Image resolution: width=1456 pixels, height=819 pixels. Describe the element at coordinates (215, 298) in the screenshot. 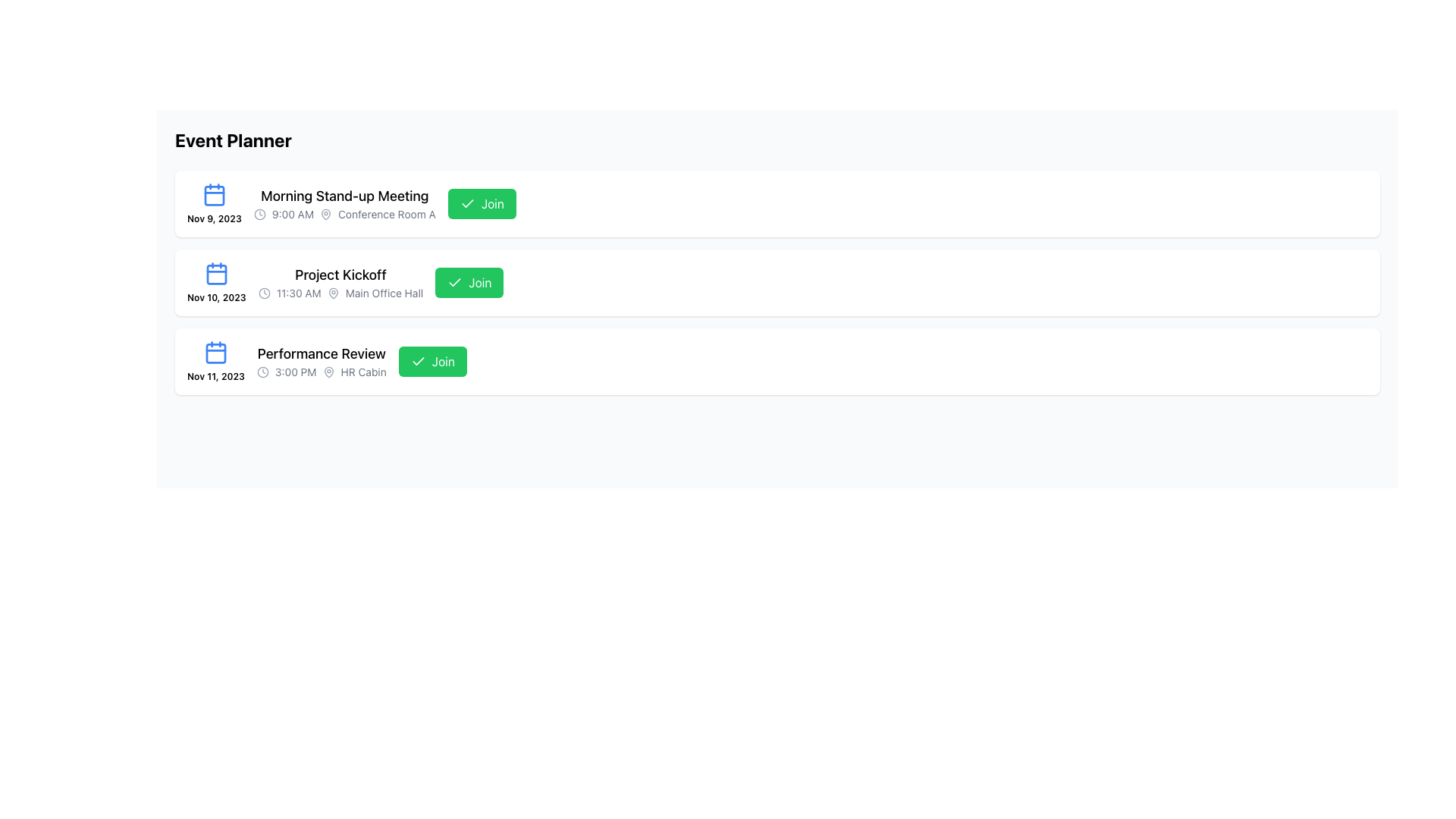

I see `text label displaying the date 'Nov 10, 2023' located below the calendar icon in the second event card, aligned to the left` at that location.